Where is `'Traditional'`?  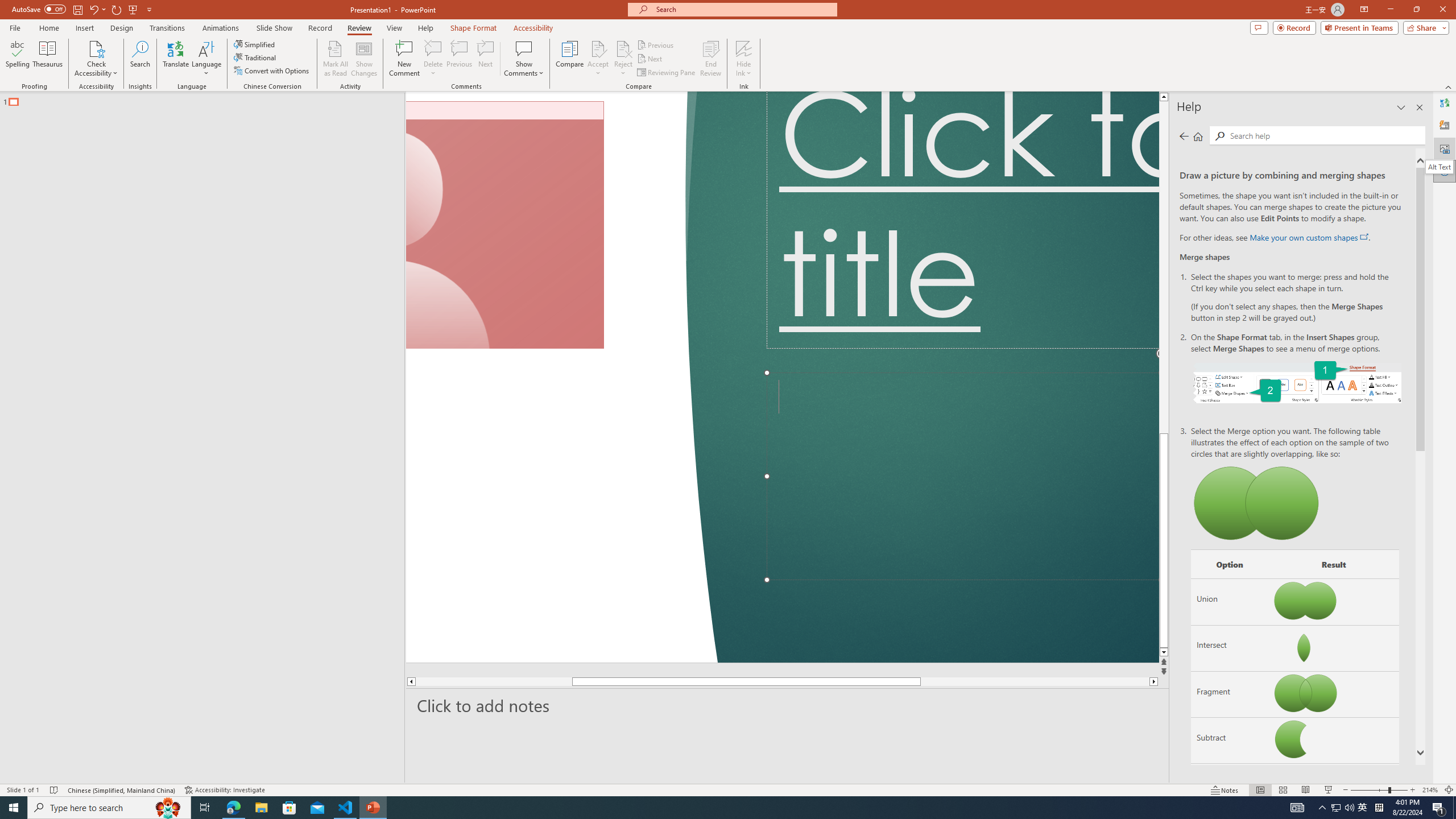
'Traditional' is located at coordinates (255, 56).